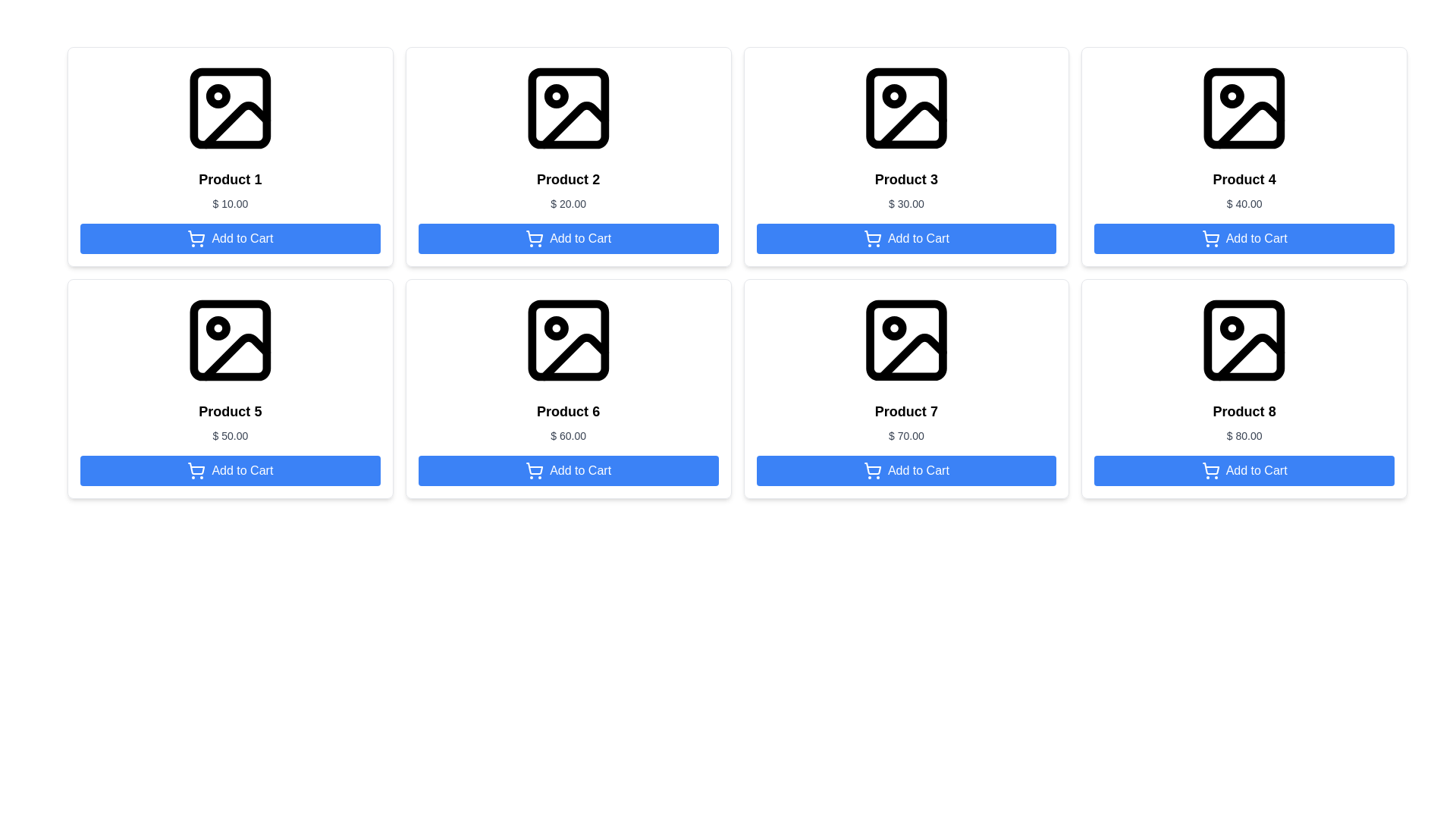  I want to click on text displayed in the monetary price label located within the third product card on the top row, directly below the product title, so click(906, 203).